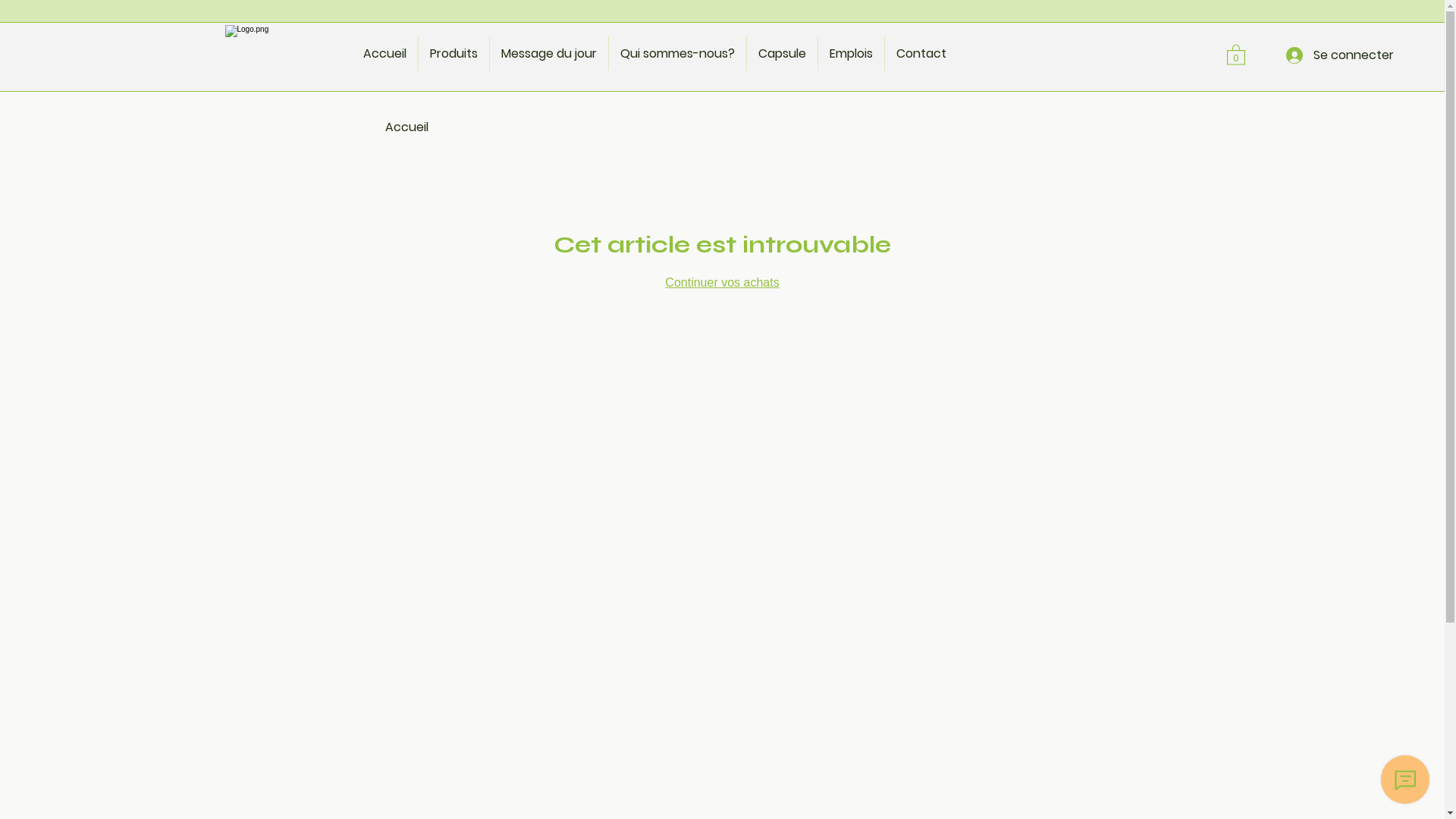  Describe the element at coordinates (720, 282) in the screenshot. I see `'Continuer vos achats'` at that location.